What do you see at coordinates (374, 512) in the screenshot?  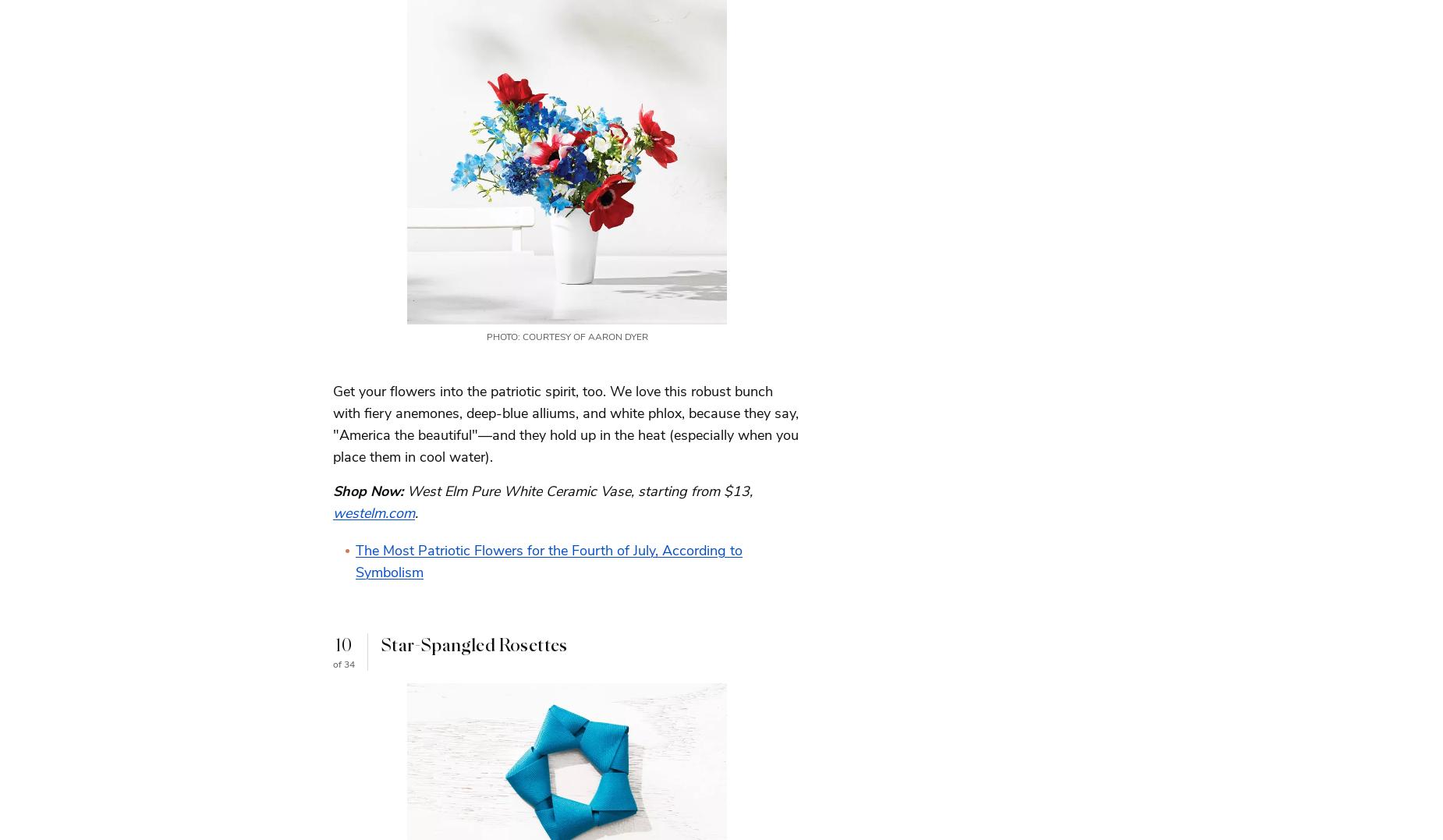 I see `'westelm.com'` at bounding box center [374, 512].